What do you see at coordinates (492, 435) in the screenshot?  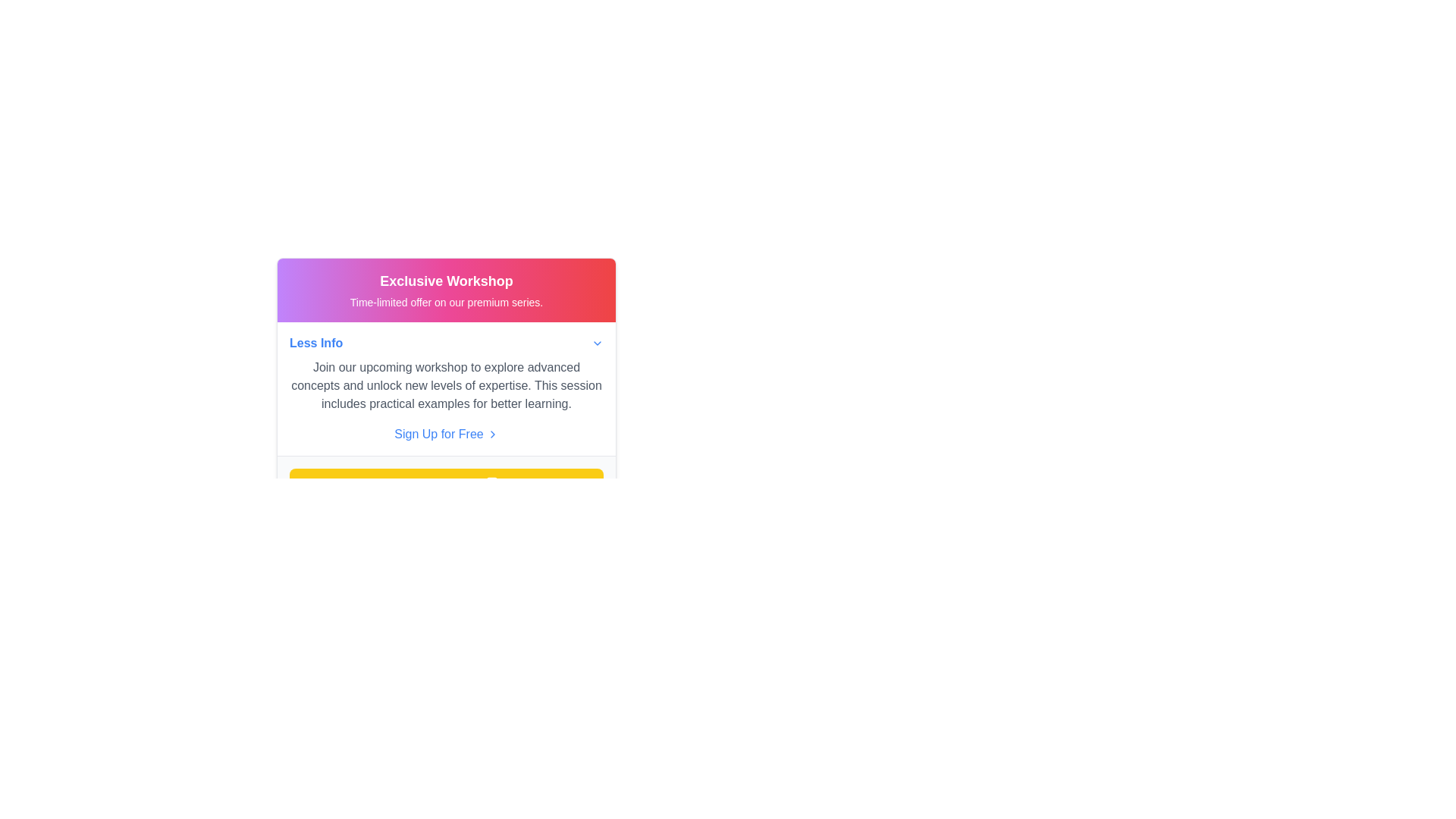 I see `the arrow-shaped icon pointing to the right, which is located immediately next to the 'Sign Up for Free' hyperlink` at bounding box center [492, 435].